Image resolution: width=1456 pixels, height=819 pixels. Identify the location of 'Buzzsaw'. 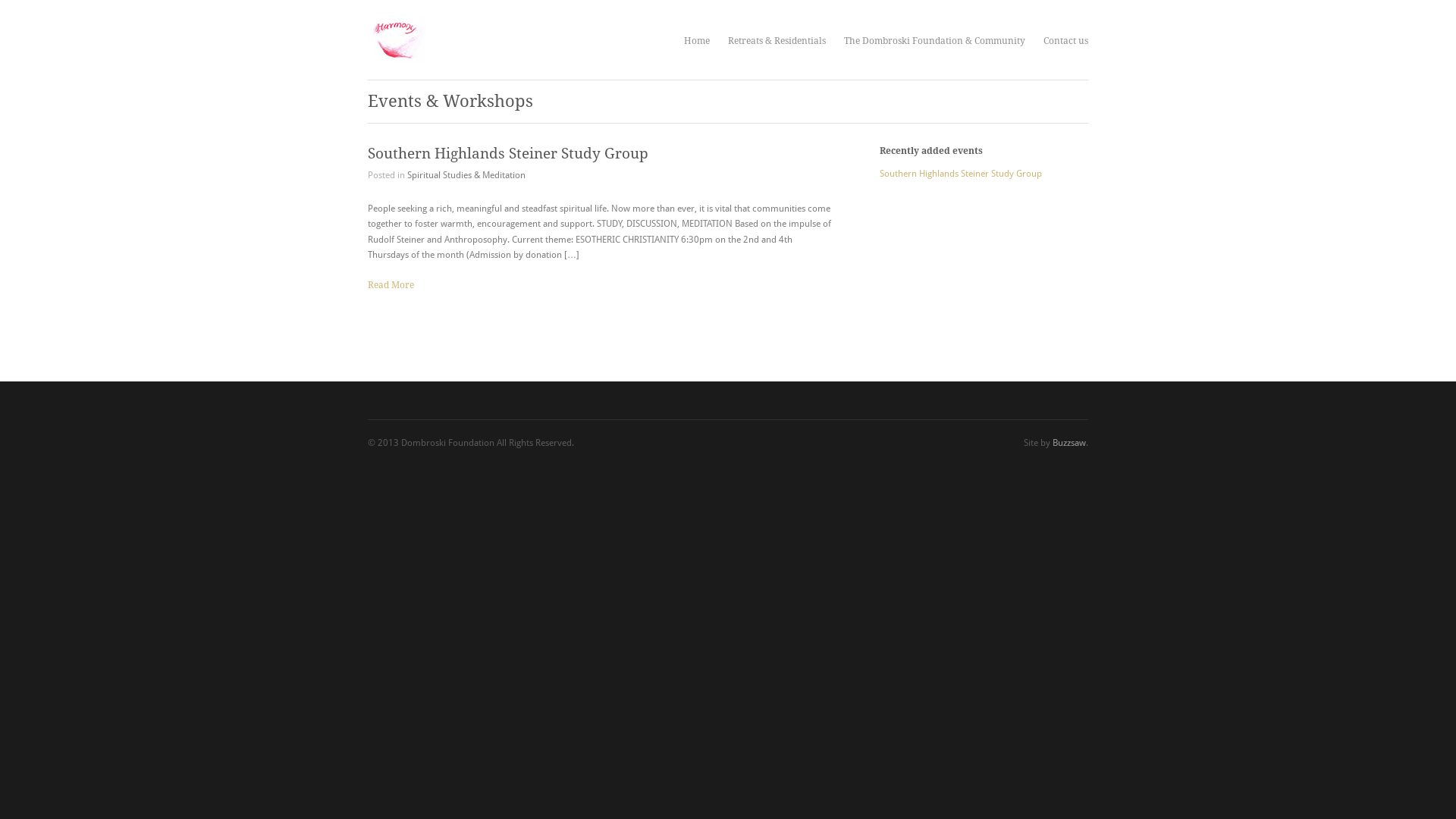
(1051, 442).